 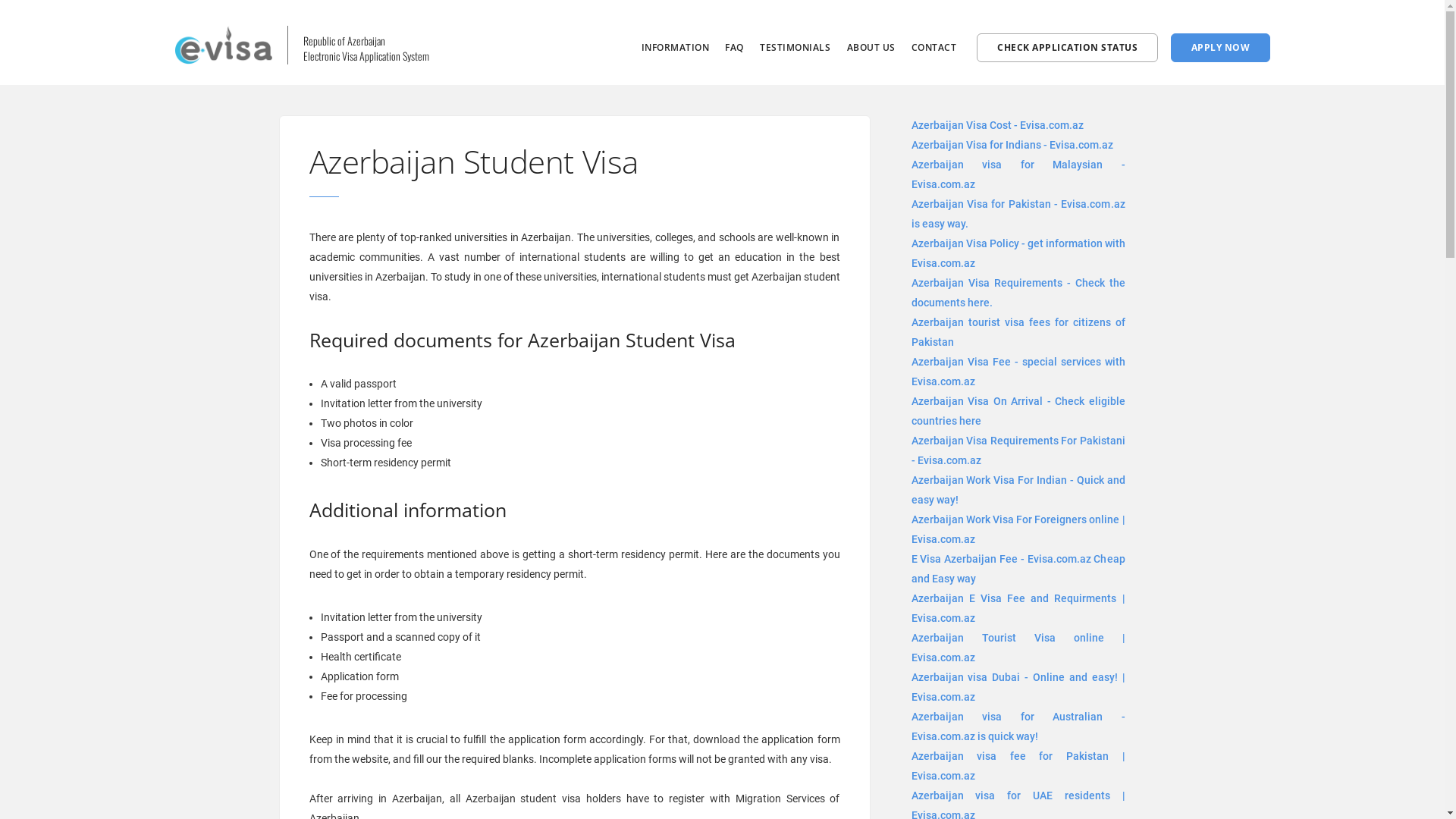 I want to click on 'Azerbaijan Tourist Visa online | Evisa.com.az', so click(x=1018, y=647).